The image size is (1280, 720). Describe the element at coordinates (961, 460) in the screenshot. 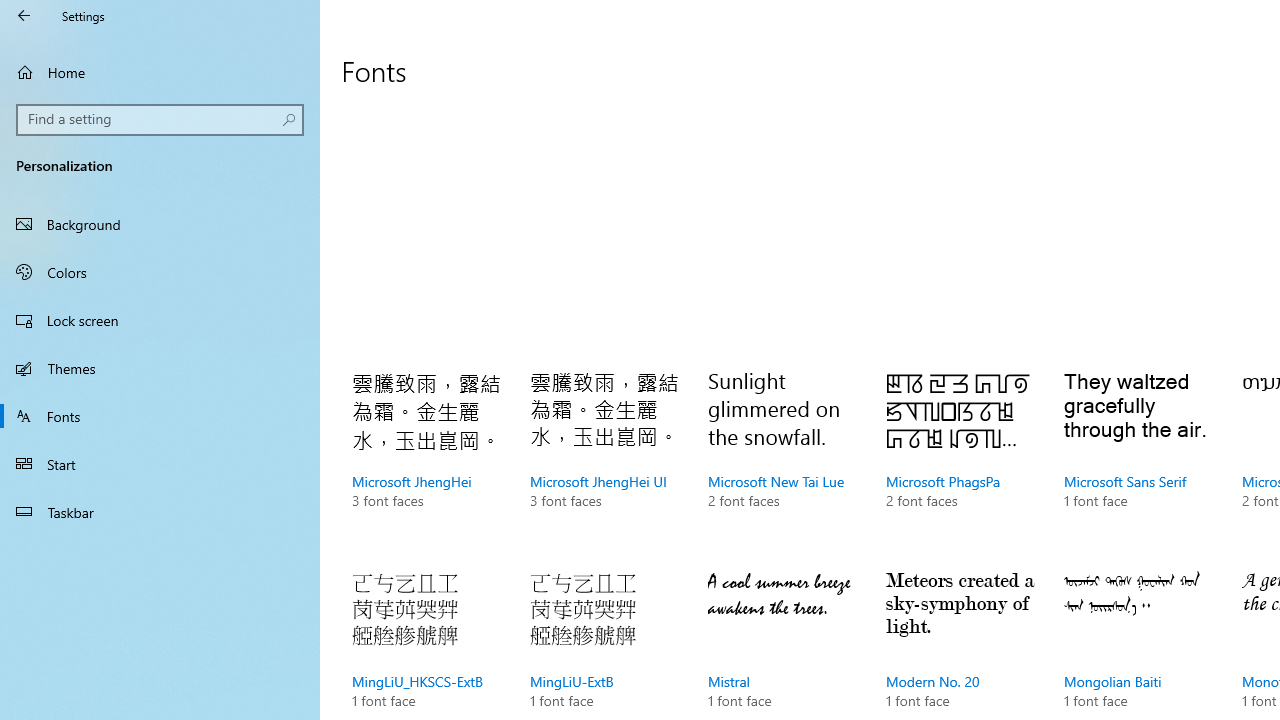

I see `'Microsoft PhagsPa, 2 font faces'` at that location.